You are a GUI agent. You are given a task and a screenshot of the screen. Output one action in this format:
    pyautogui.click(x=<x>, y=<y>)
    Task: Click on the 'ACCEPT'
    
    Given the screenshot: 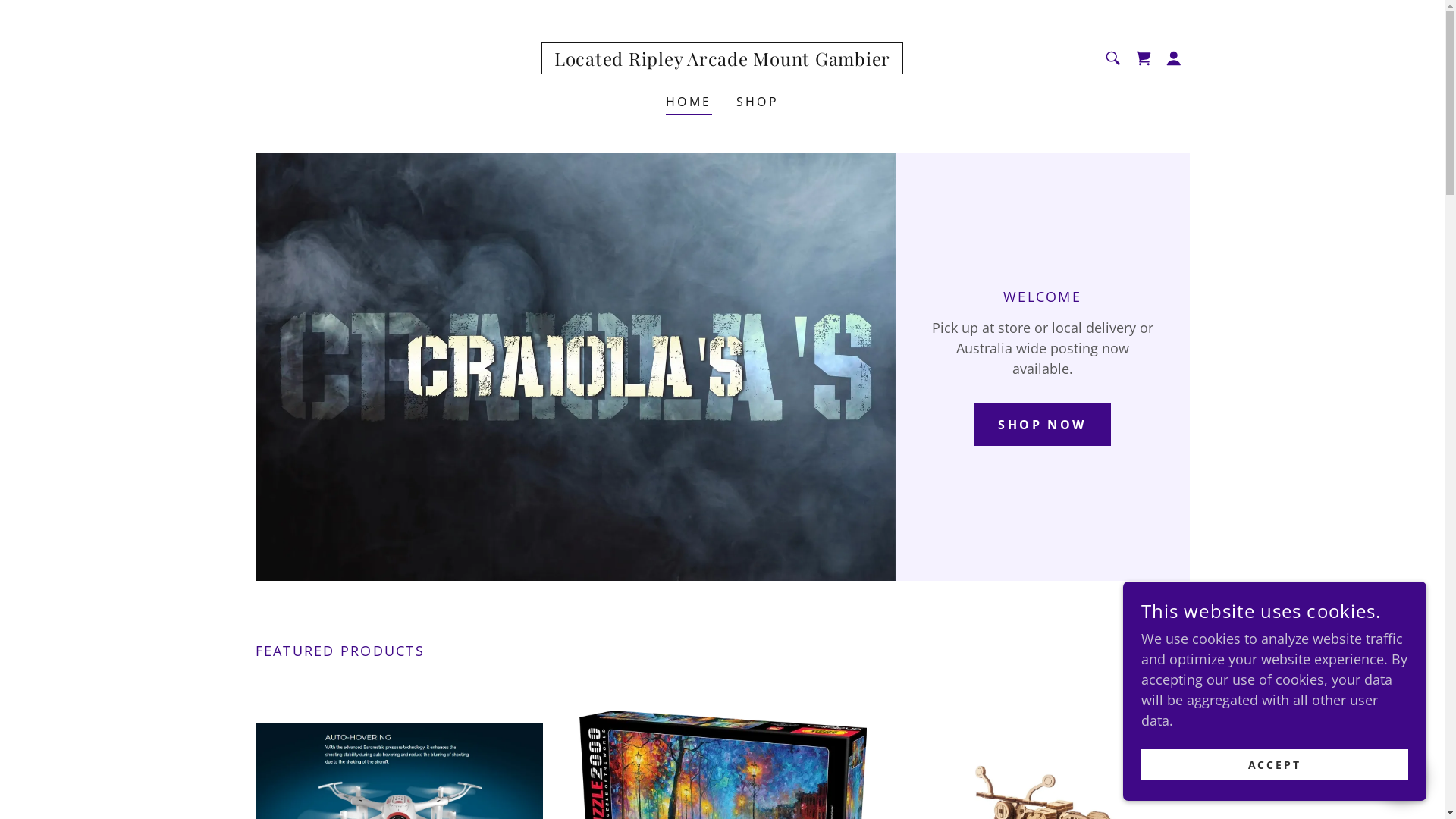 What is the action you would take?
    pyautogui.click(x=1274, y=764)
    